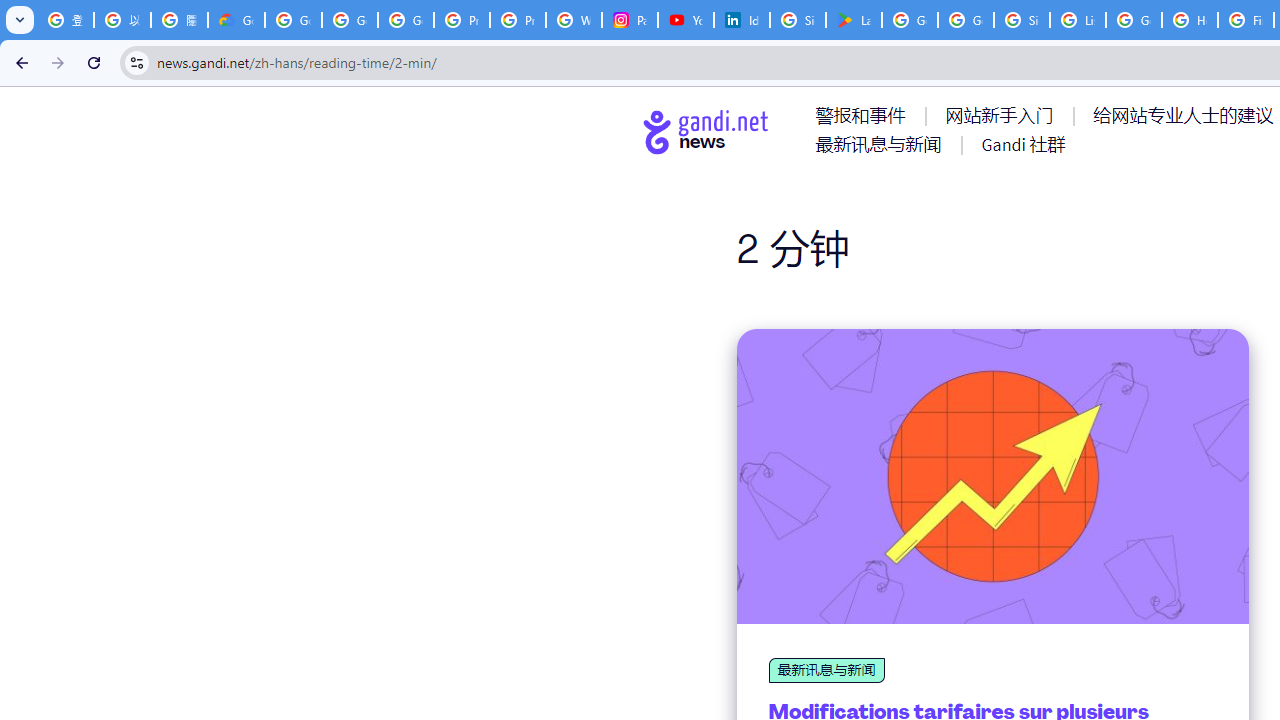 Image resolution: width=1280 pixels, height=720 pixels. What do you see at coordinates (1190, 20) in the screenshot?
I see `'How do I create a new Google Account? - Google Account Help'` at bounding box center [1190, 20].